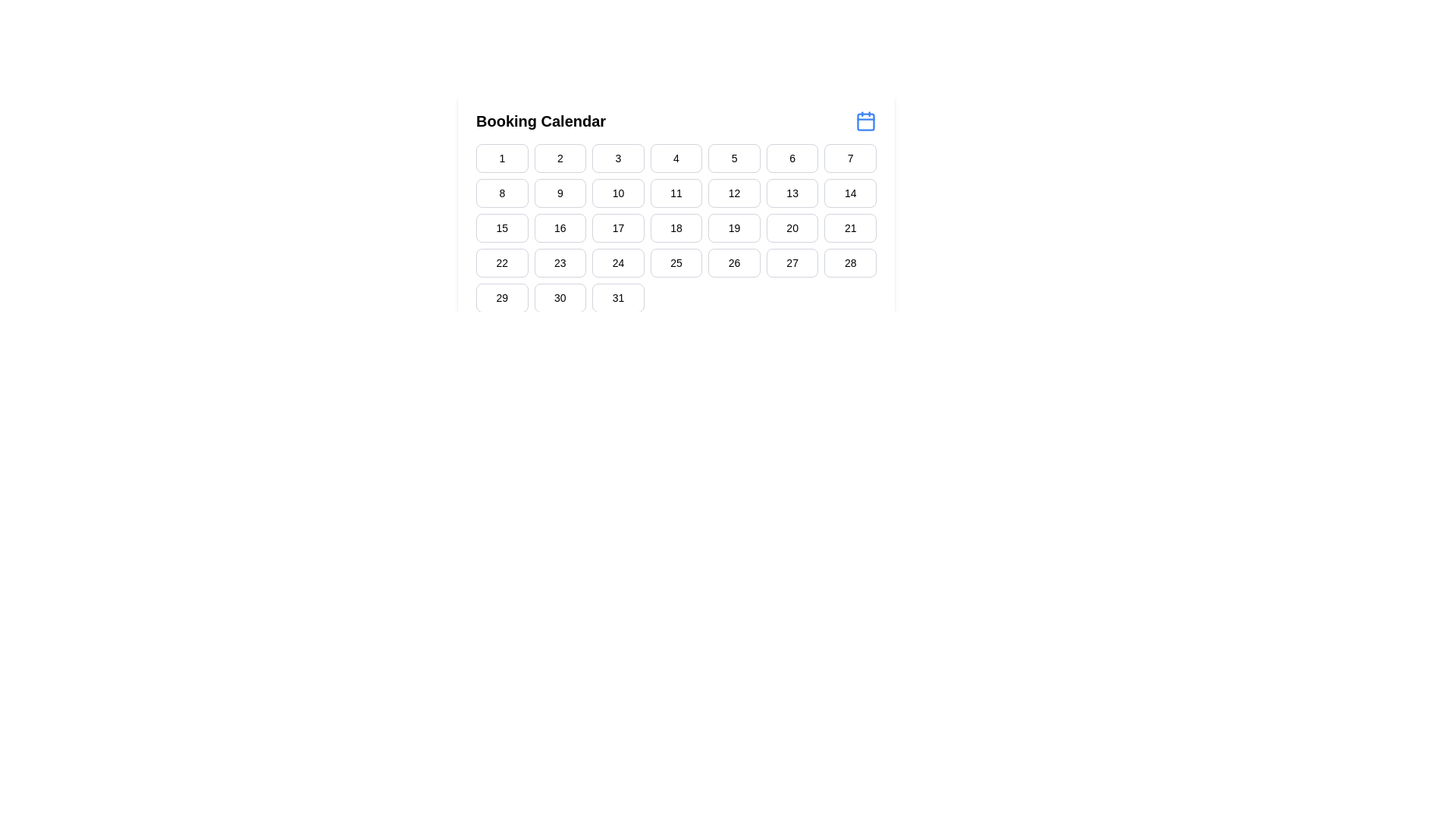 The width and height of the screenshot is (1456, 819). What do you see at coordinates (618, 298) in the screenshot?
I see `the button labeled '31' located in the bottom-right corner of the grid` at bounding box center [618, 298].